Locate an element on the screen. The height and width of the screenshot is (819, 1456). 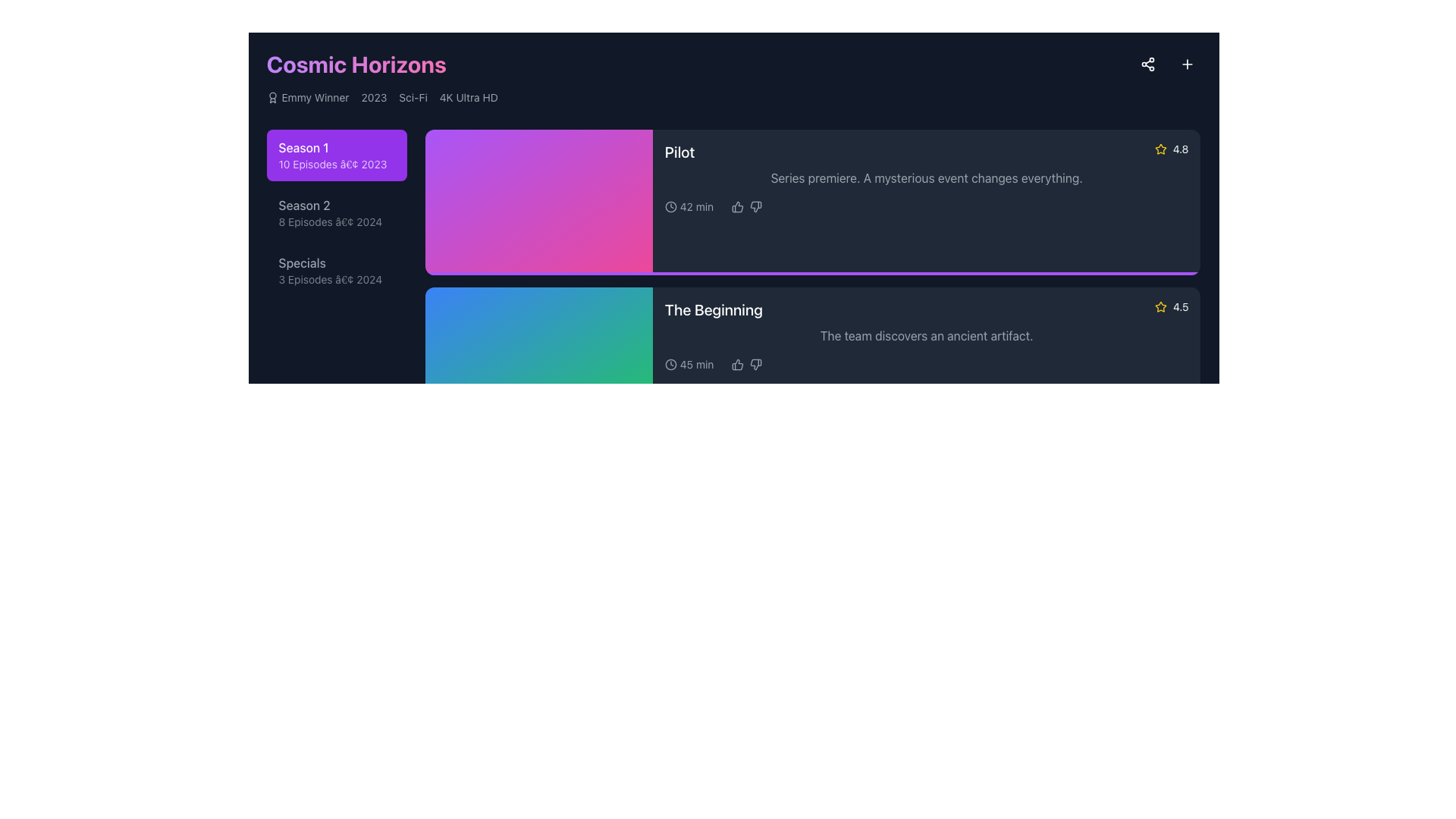
the Icon button used to indicate a positive reaction or approval towards the episode 'Pilot', located to the left of the thumb-down icon and horizontally aligned with the time indicator is located at coordinates (738, 207).